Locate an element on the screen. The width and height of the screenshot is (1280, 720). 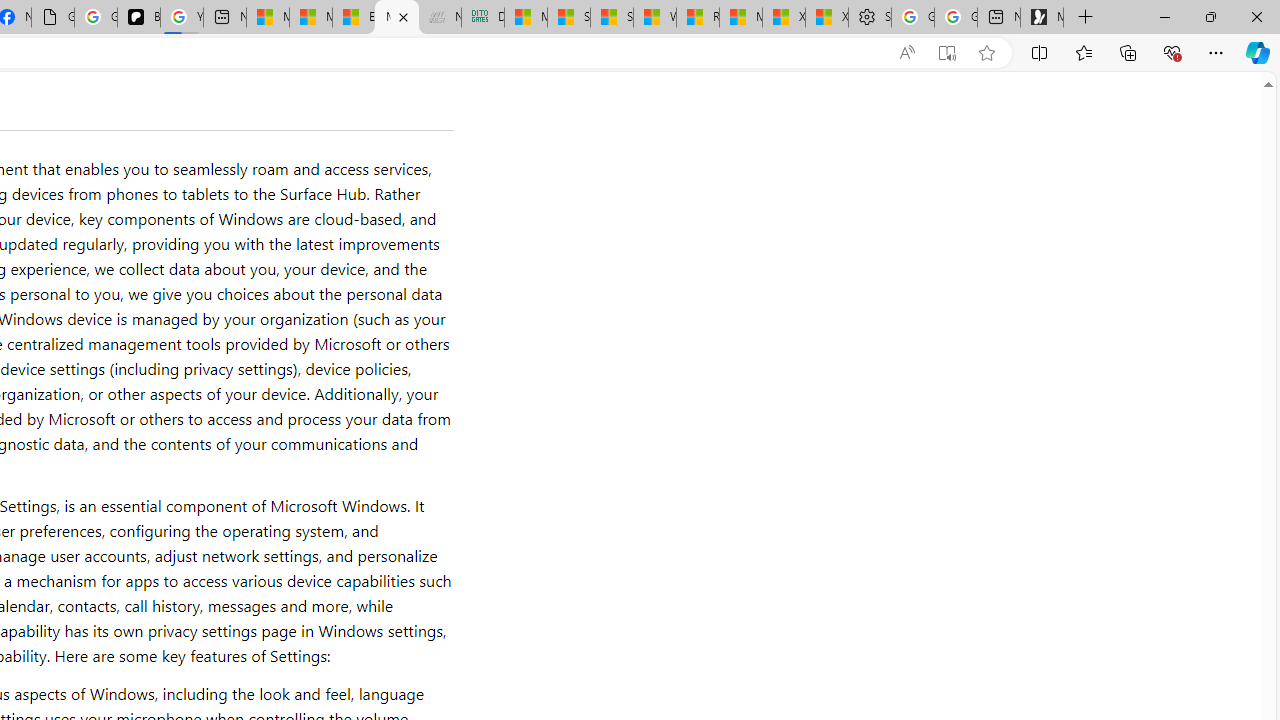
'Enter Immersive Reader (F9)' is located at coordinates (945, 52).